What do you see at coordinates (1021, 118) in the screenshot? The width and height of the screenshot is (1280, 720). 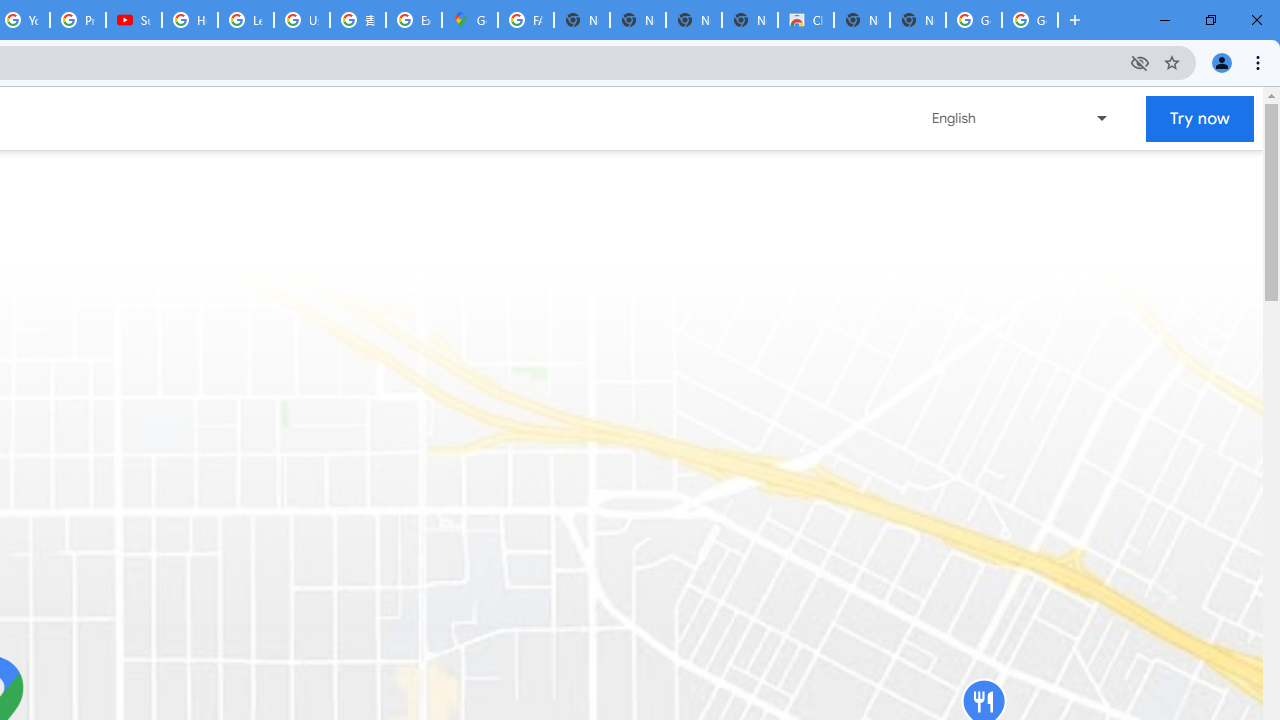 I see `'Change language or region'` at bounding box center [1021, 118].